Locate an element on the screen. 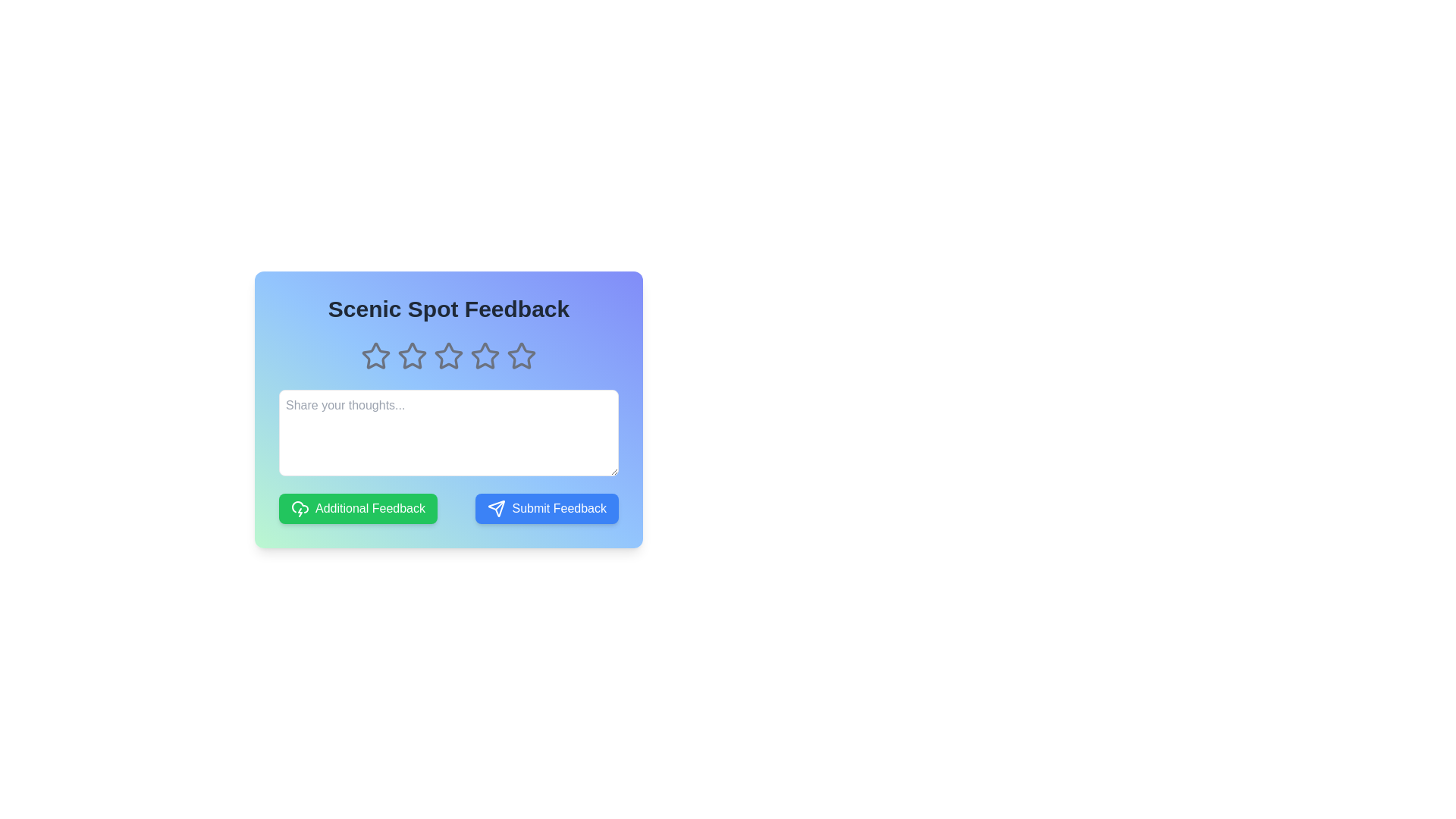  the 'Submit Feedback' button is located at coordinates (546, 509).